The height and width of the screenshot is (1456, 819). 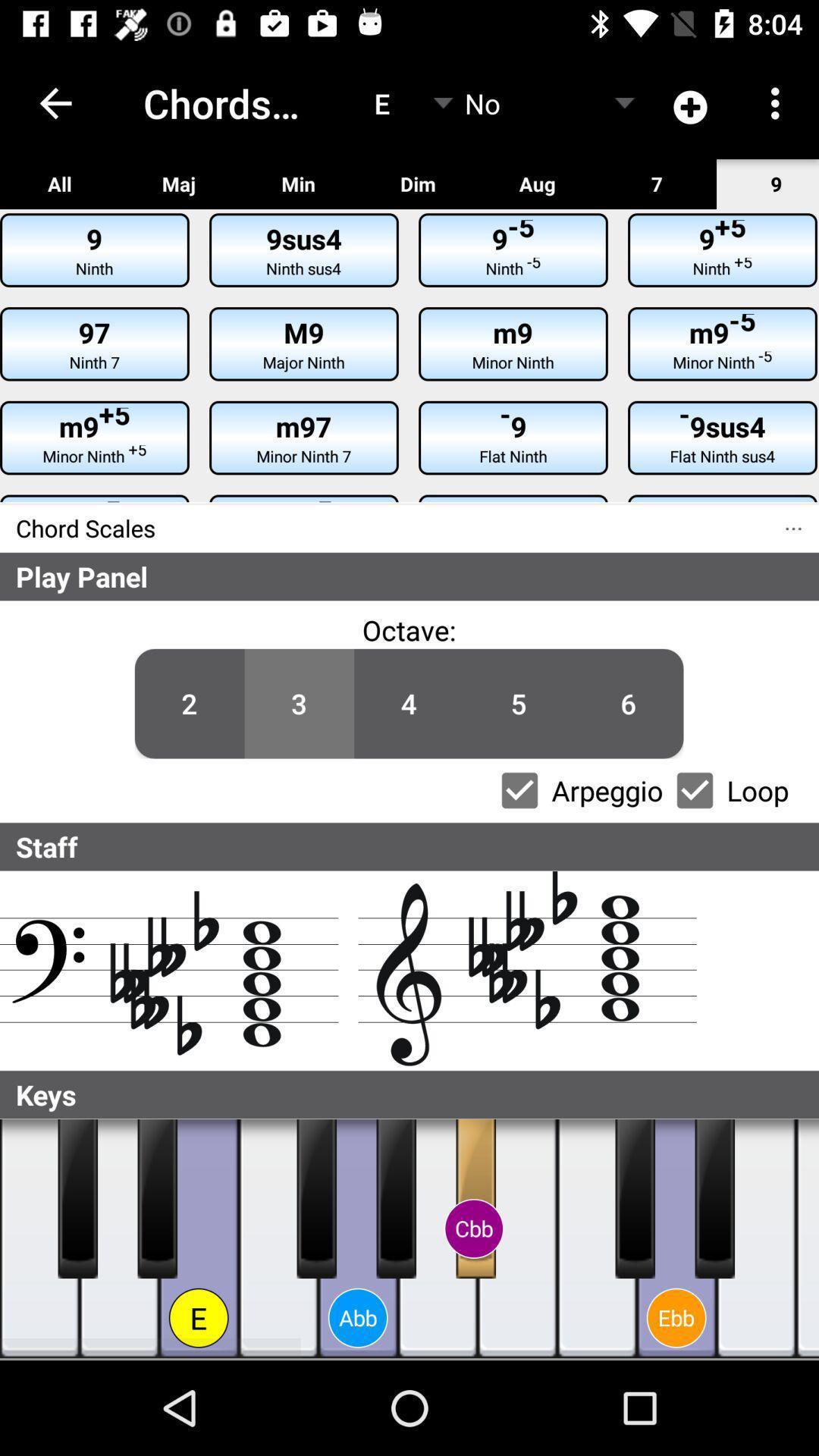 I want to click on key, so click(x=39, y=1238).